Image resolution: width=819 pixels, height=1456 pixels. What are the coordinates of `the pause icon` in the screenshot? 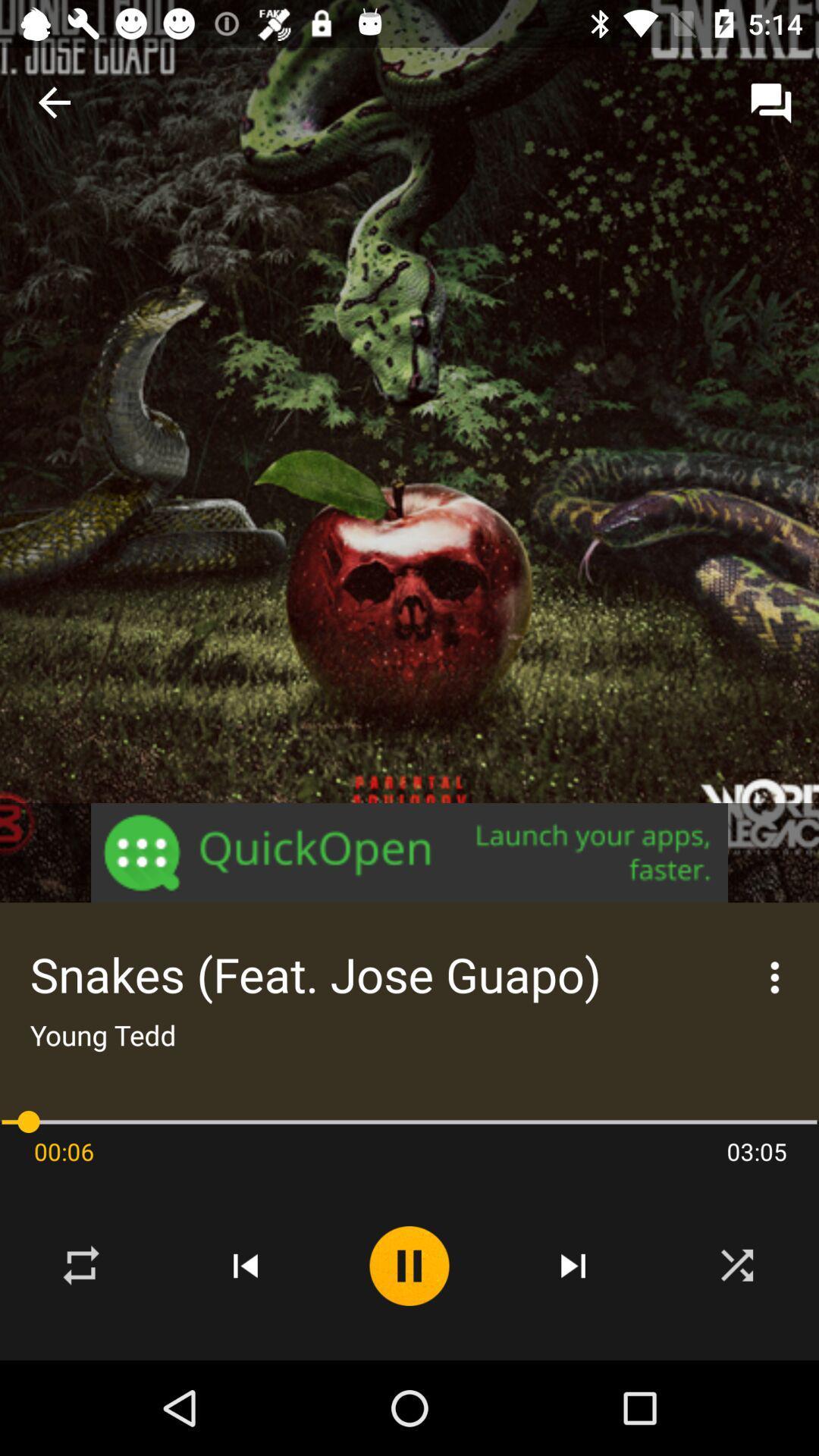 It's located at (409, 1266).